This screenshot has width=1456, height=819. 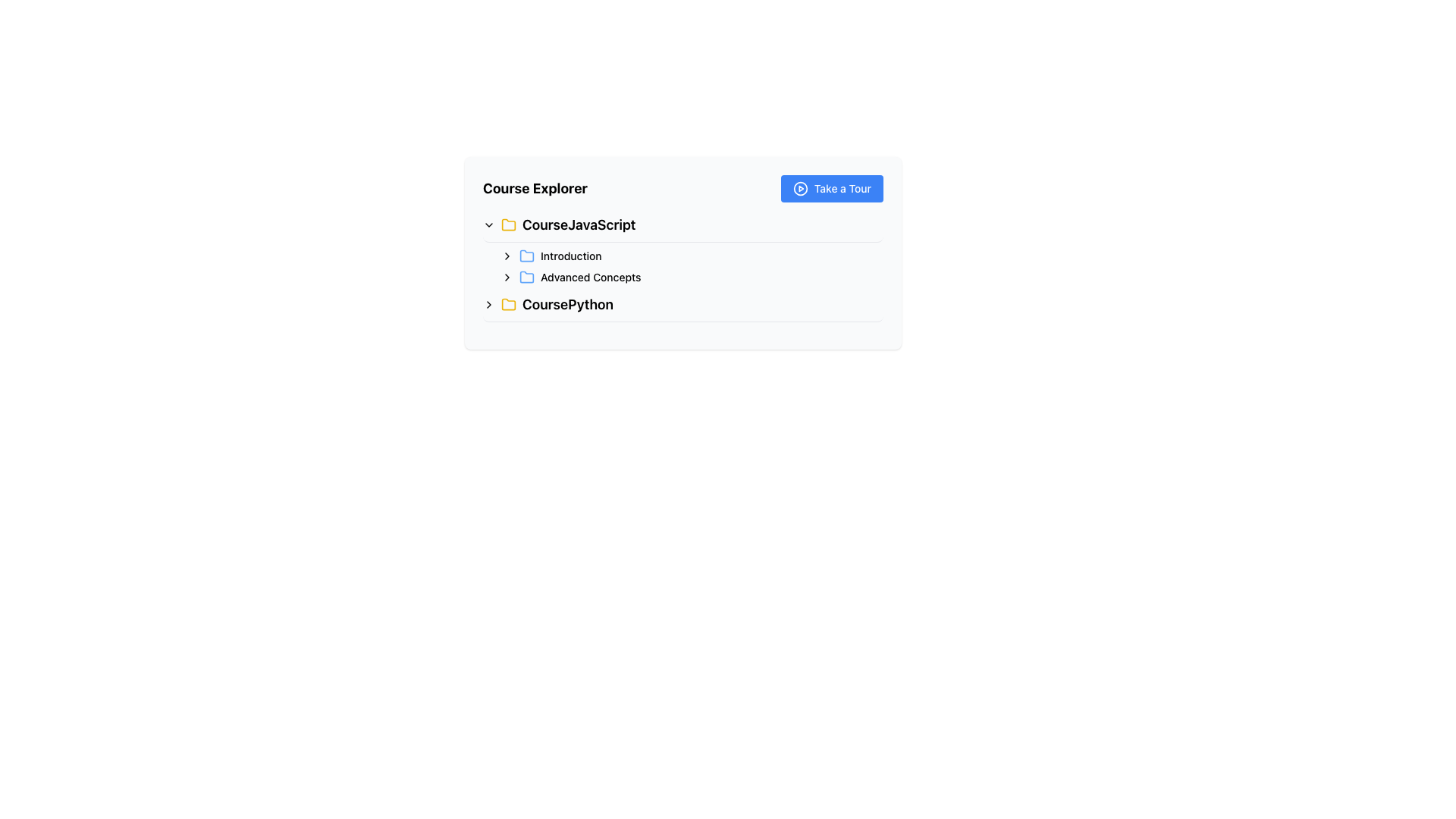 I want to click on the 'Advanced Concepts' navigation link in the 'Course Explorer' sidebar, which is the second item under the 'CourseJavaScript' section, so click(x=691, y=278).